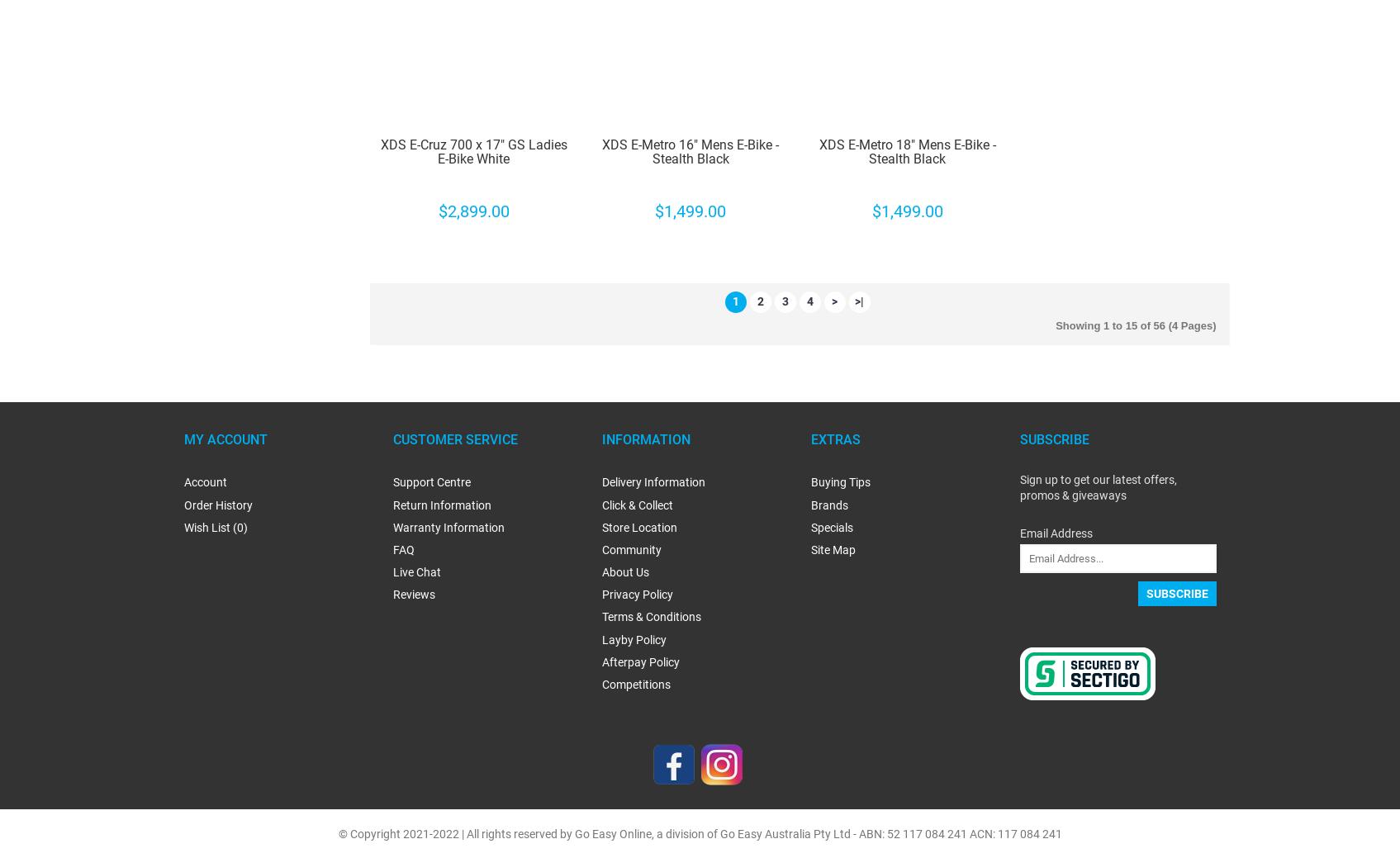  Describe the element at coordinates (734, 301) in the screenshot. I see `'1'` at that location.